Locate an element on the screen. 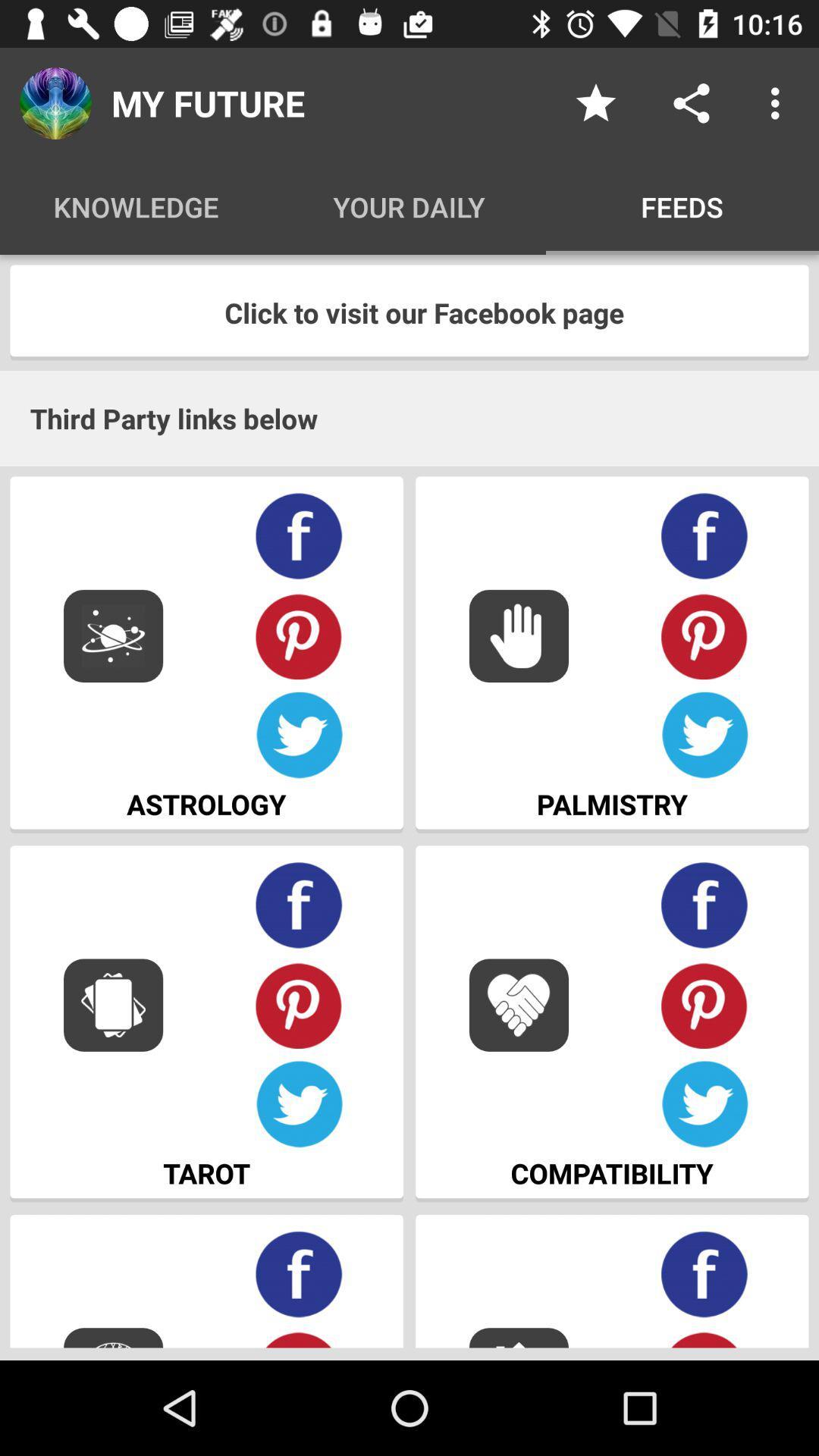  share on pininterest is located at coordinates (299, 635).